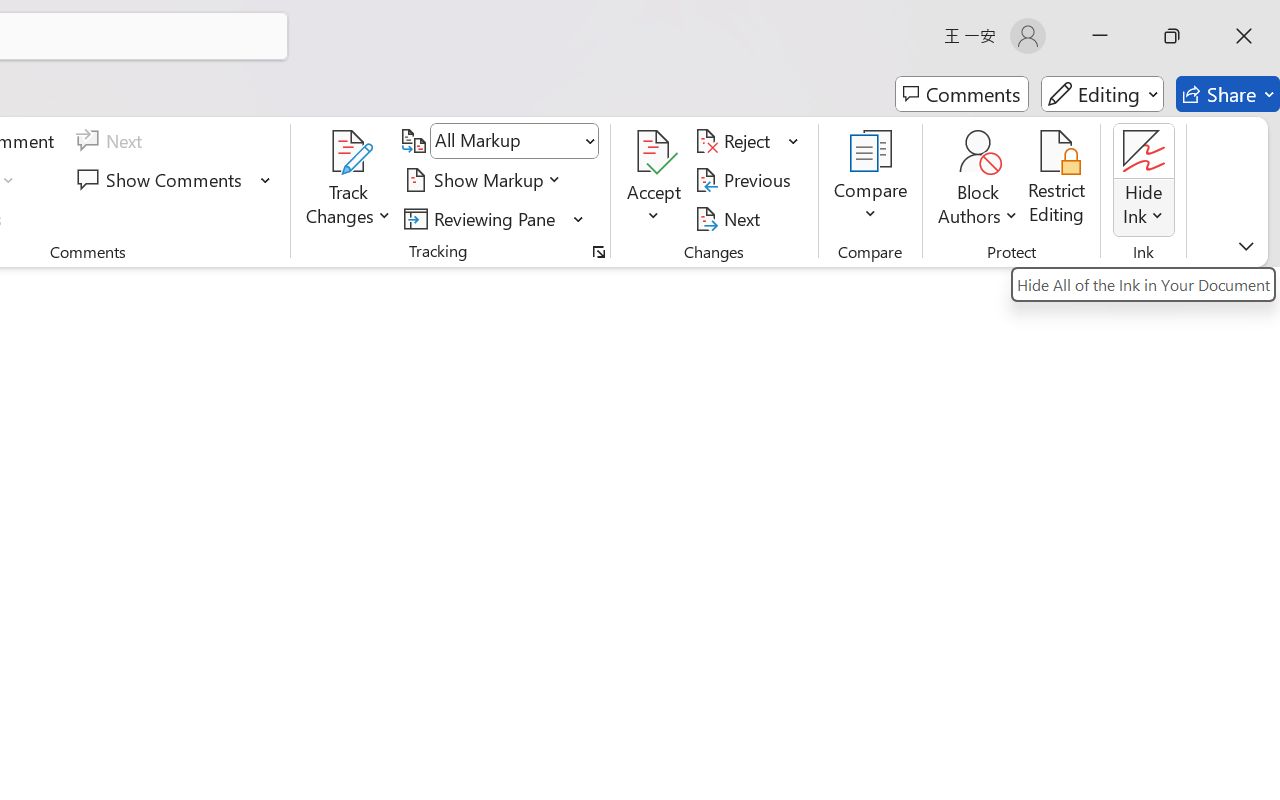 This screenshot has width=1280, height=800. Describe the element at coordinates (174, 179) in the screenshot. I see `'Show Comments'` at that location.